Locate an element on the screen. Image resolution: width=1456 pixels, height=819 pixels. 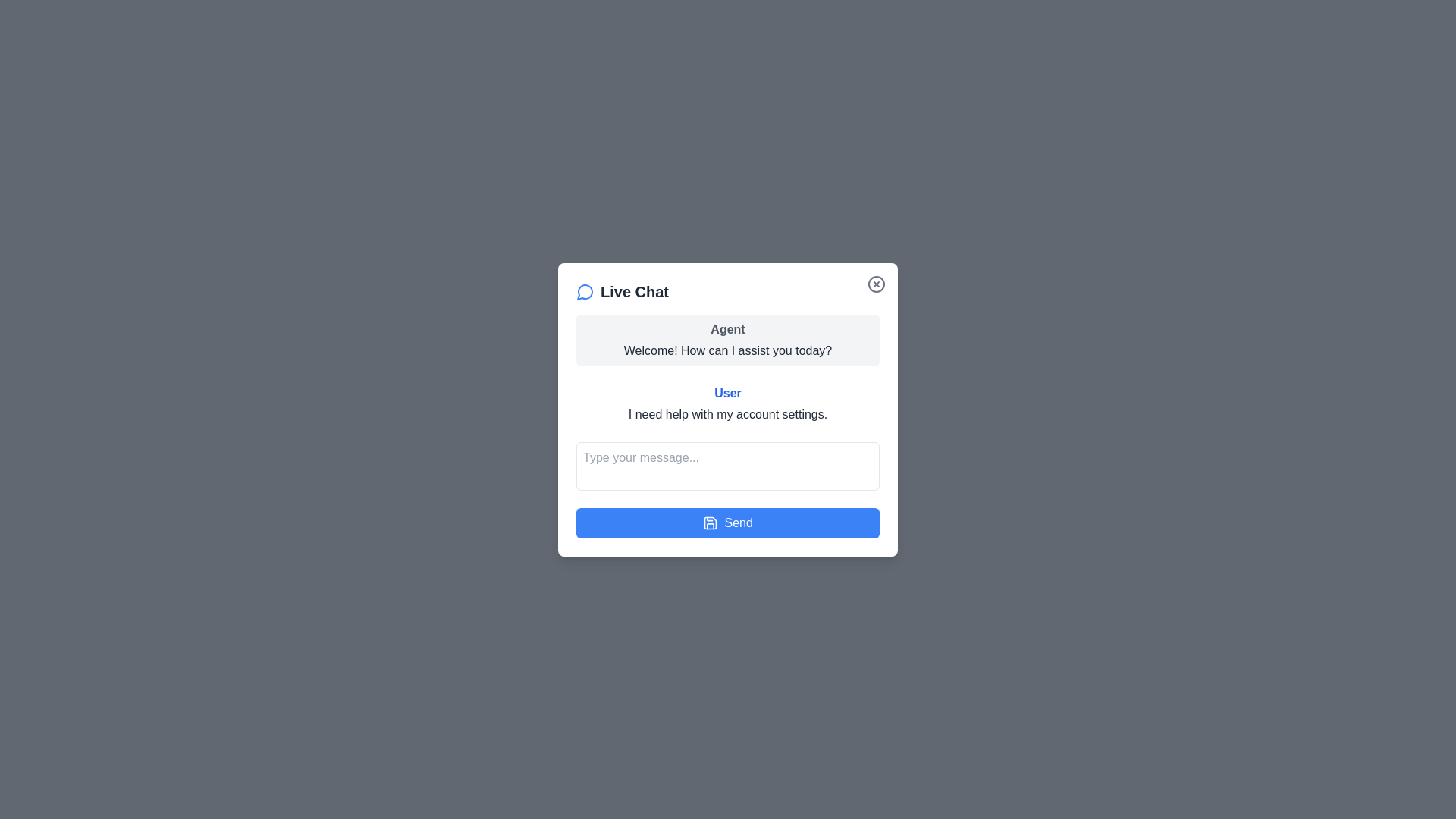
the close button in the top-right corner of the dialog to close it is located at coordinates (877, 284).